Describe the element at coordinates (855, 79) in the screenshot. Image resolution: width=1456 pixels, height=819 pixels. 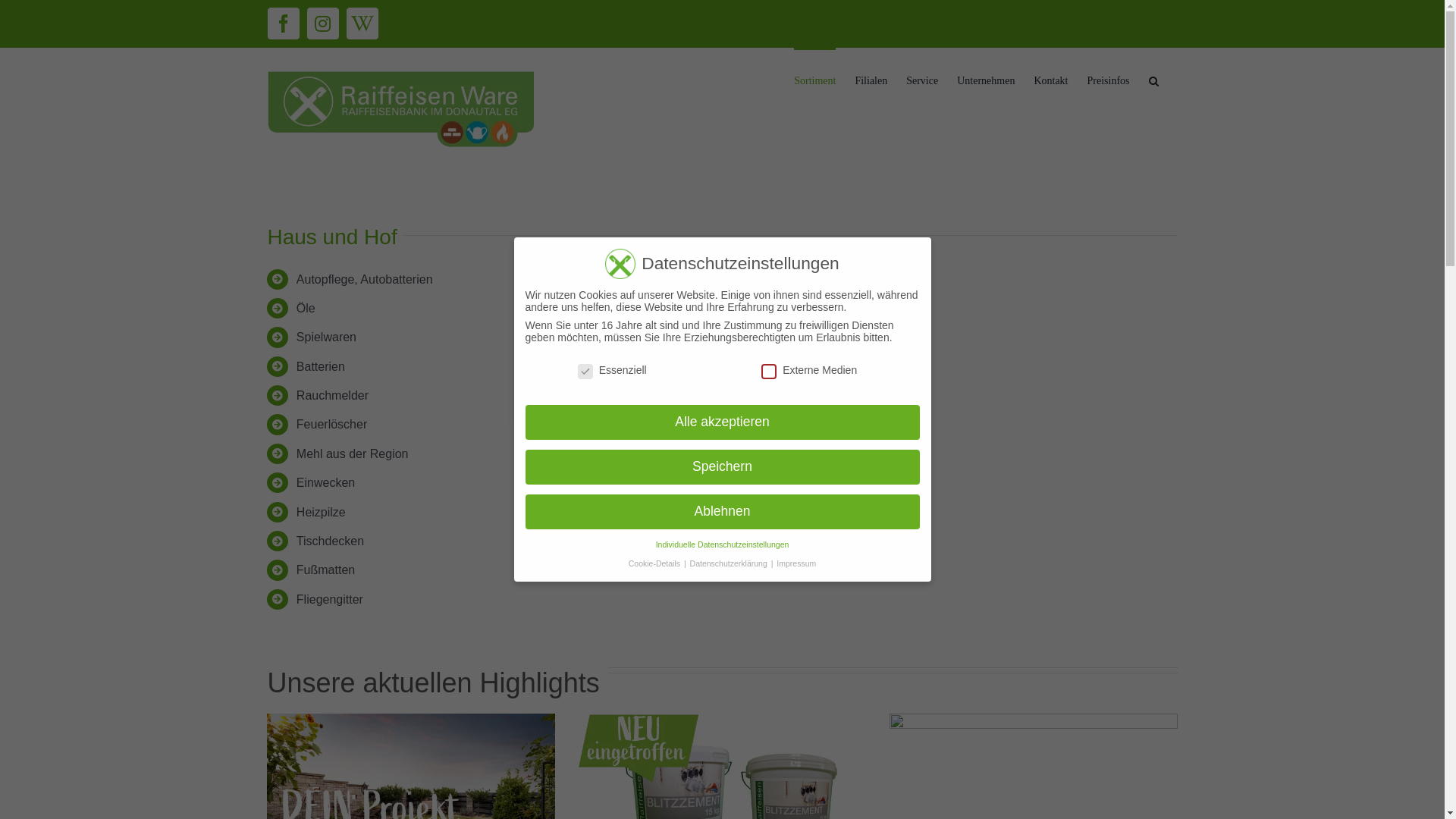
I see `'Filialen'` at that location.